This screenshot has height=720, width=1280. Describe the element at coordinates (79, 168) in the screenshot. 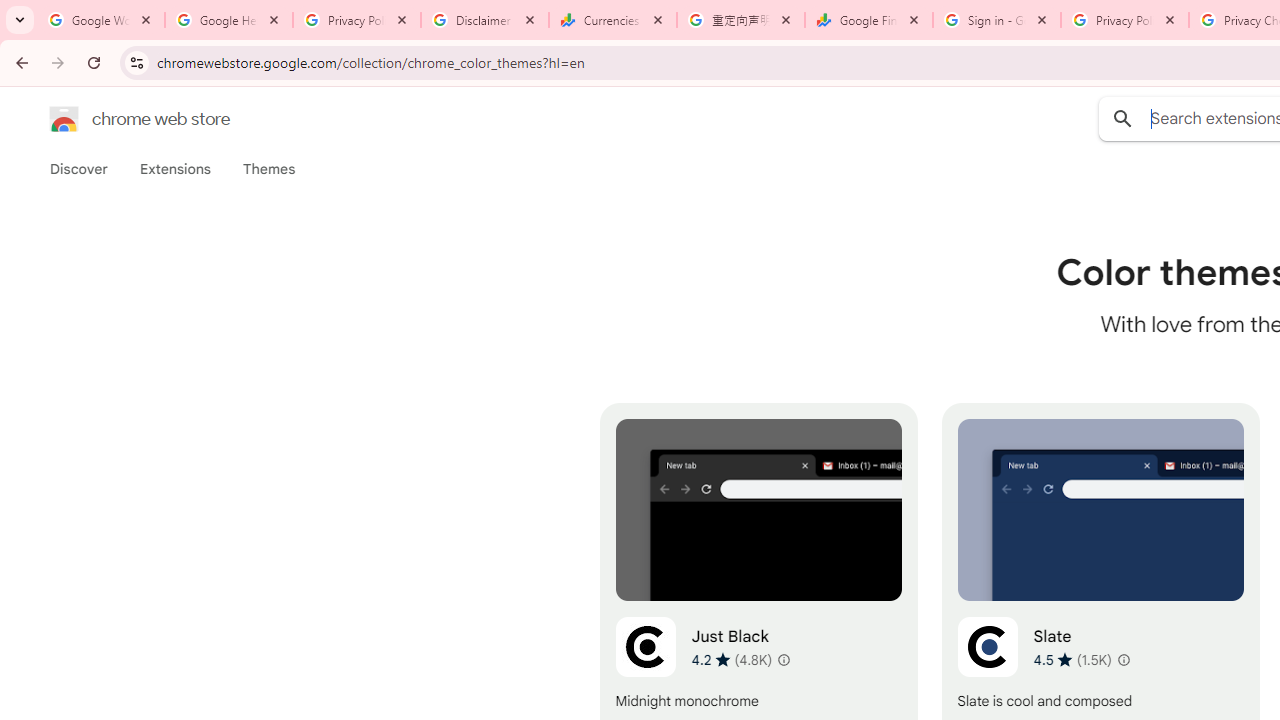

I see `'Discover'` at that location.